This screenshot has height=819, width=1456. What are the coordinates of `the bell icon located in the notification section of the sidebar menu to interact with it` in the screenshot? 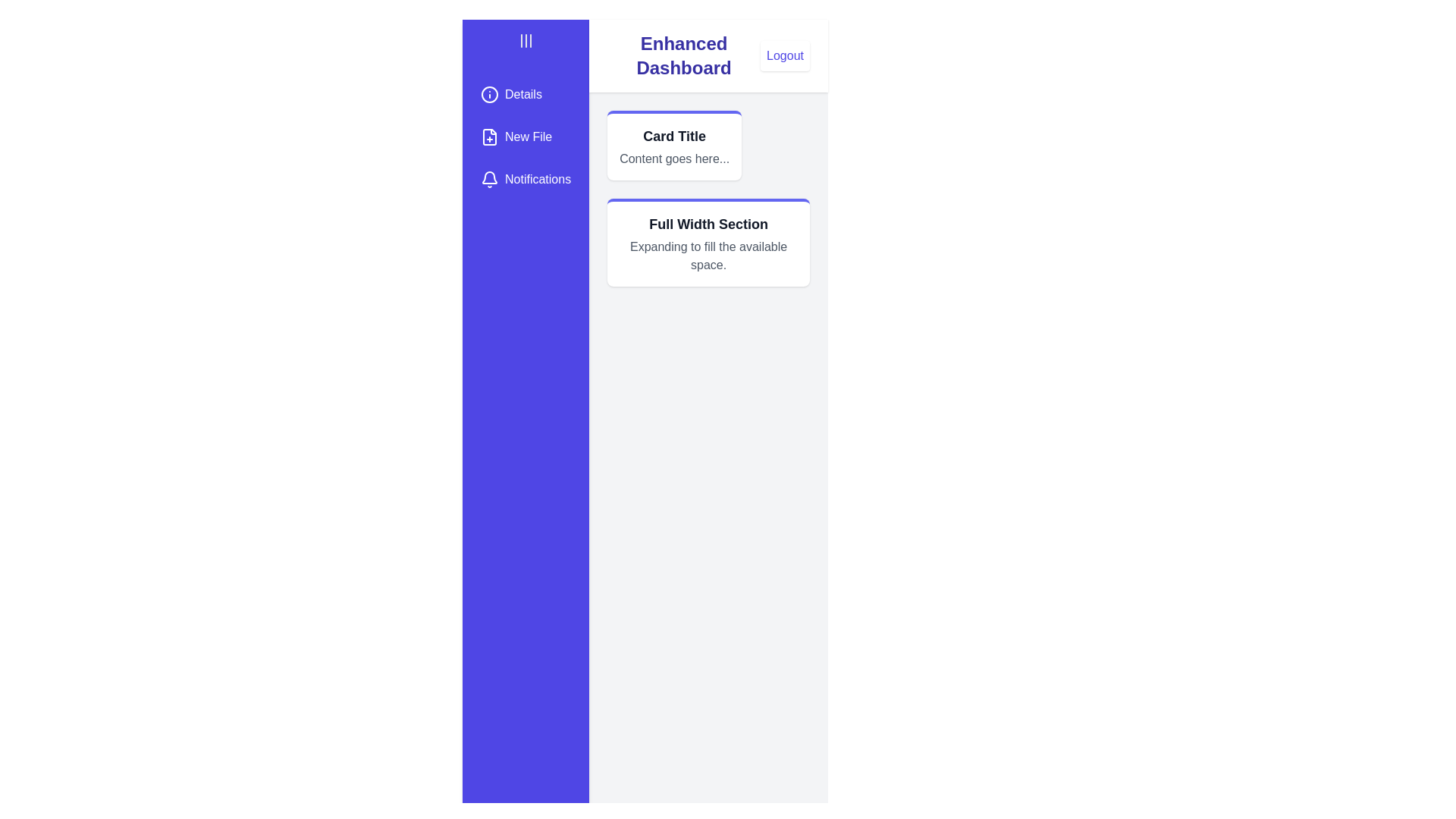 It's located at (490, 178).